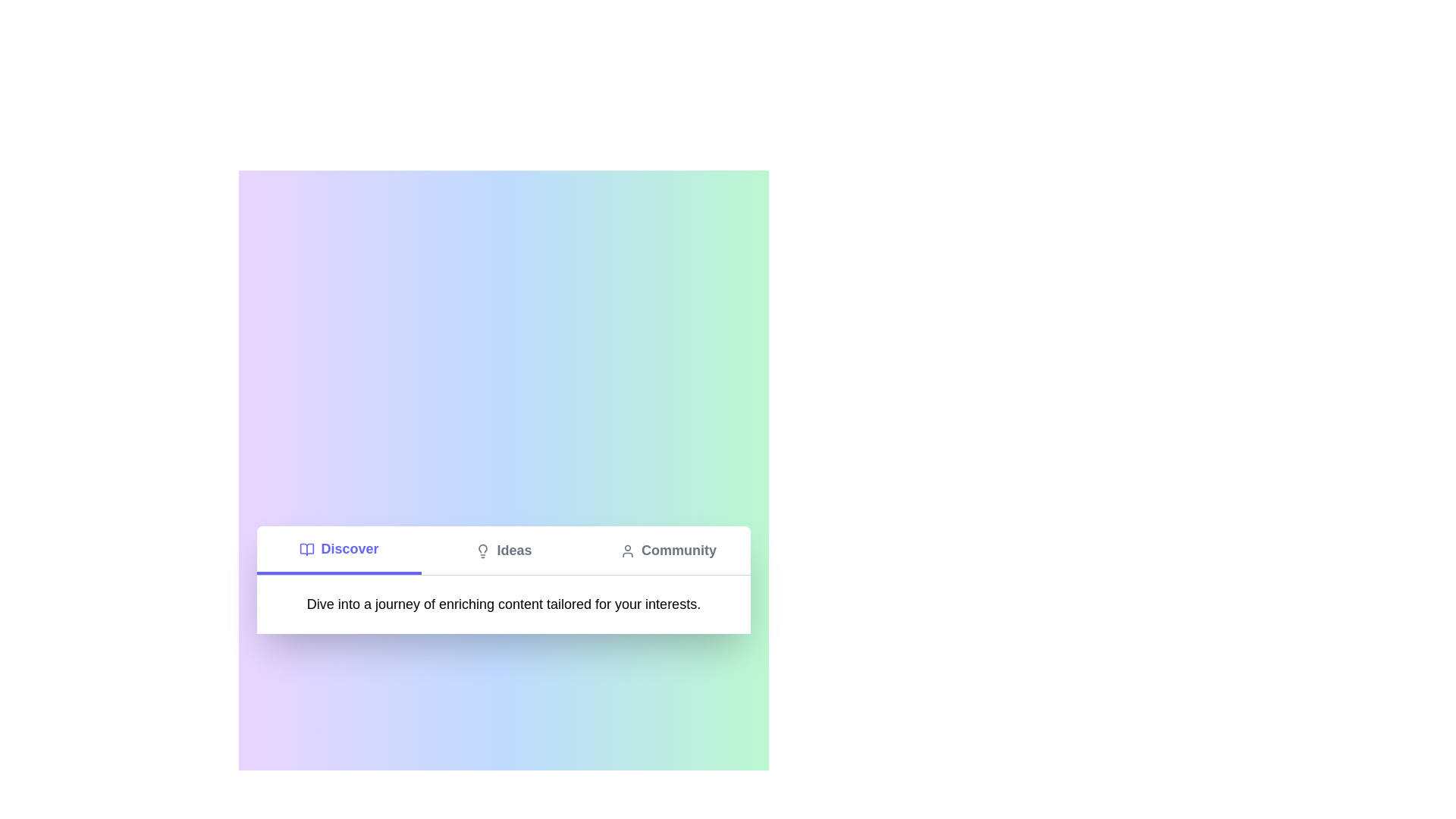  What do you see at coordinates (504, 550) in the screenshot?
I see `the Ideas tab in the InteractivePanel` at bounding box center [504, 550].